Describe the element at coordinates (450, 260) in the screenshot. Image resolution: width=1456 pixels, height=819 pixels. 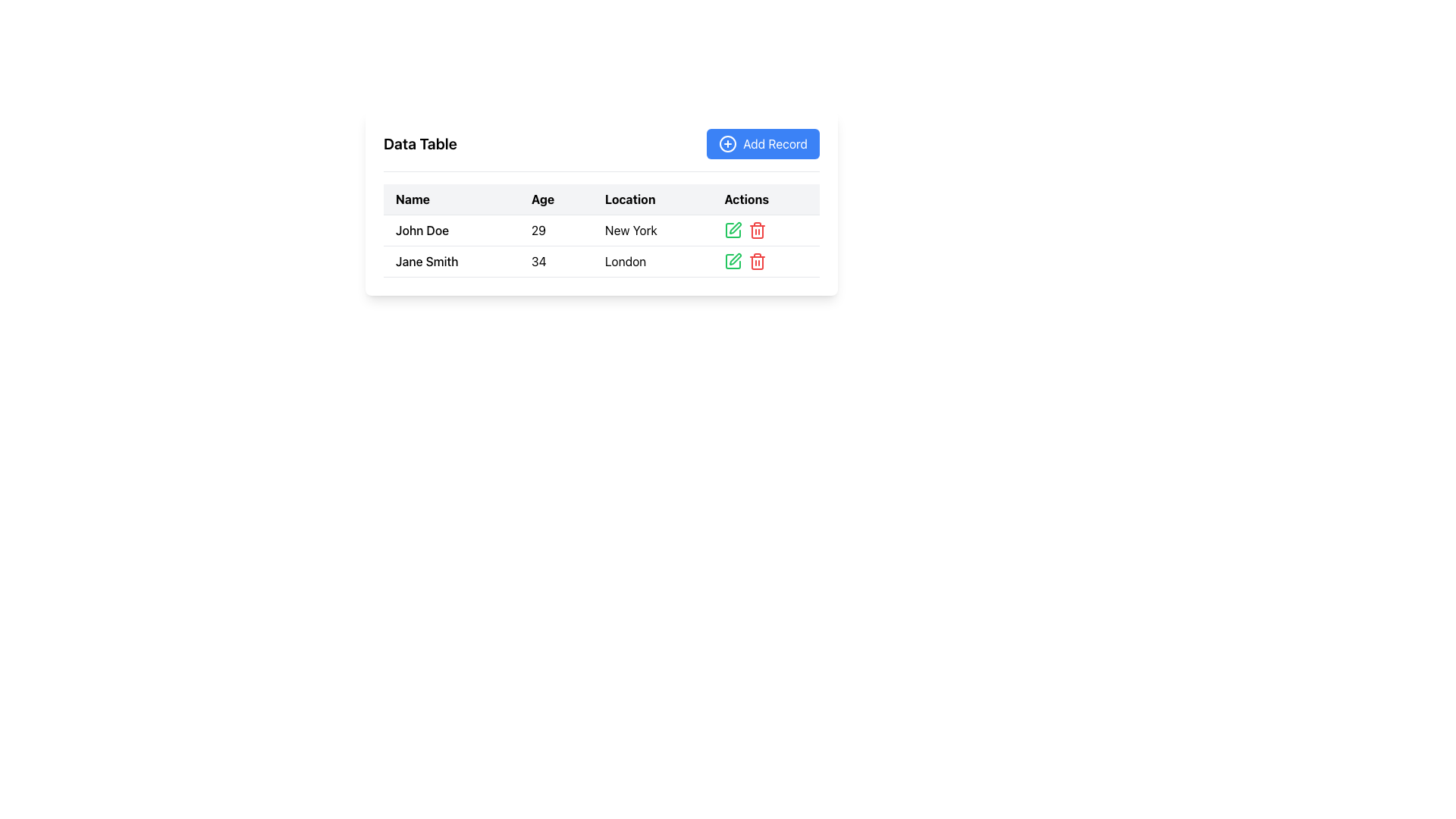
I see `the Text Label that represents the name of a person in the first column of the second row of a data table, located under the 'Name' heading` at that location.